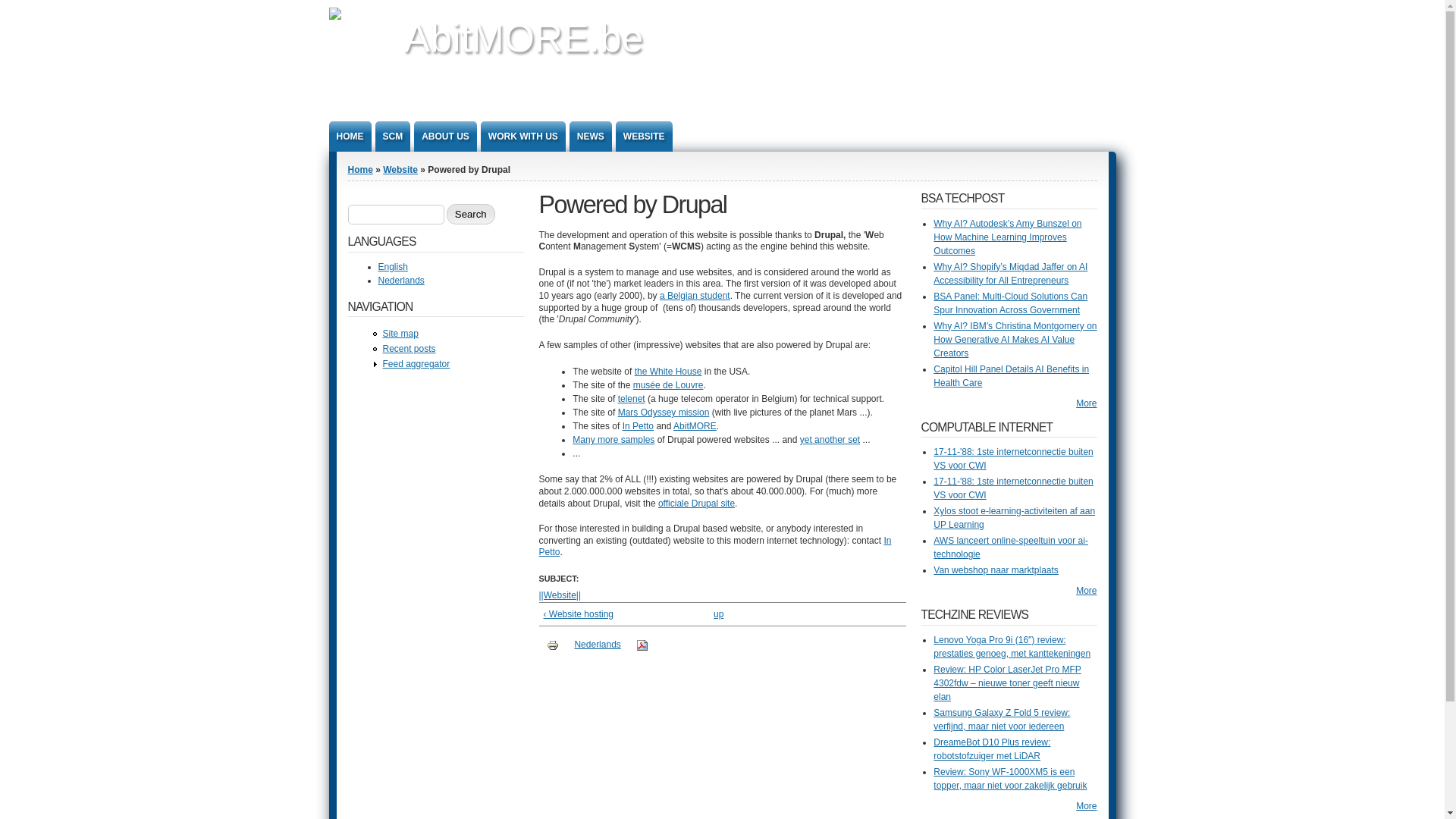 The height and width of the screenshot is (819, 1456). Describe the element at coordinates (1085, 403) in the screenshot. I see `'More'` at that location.